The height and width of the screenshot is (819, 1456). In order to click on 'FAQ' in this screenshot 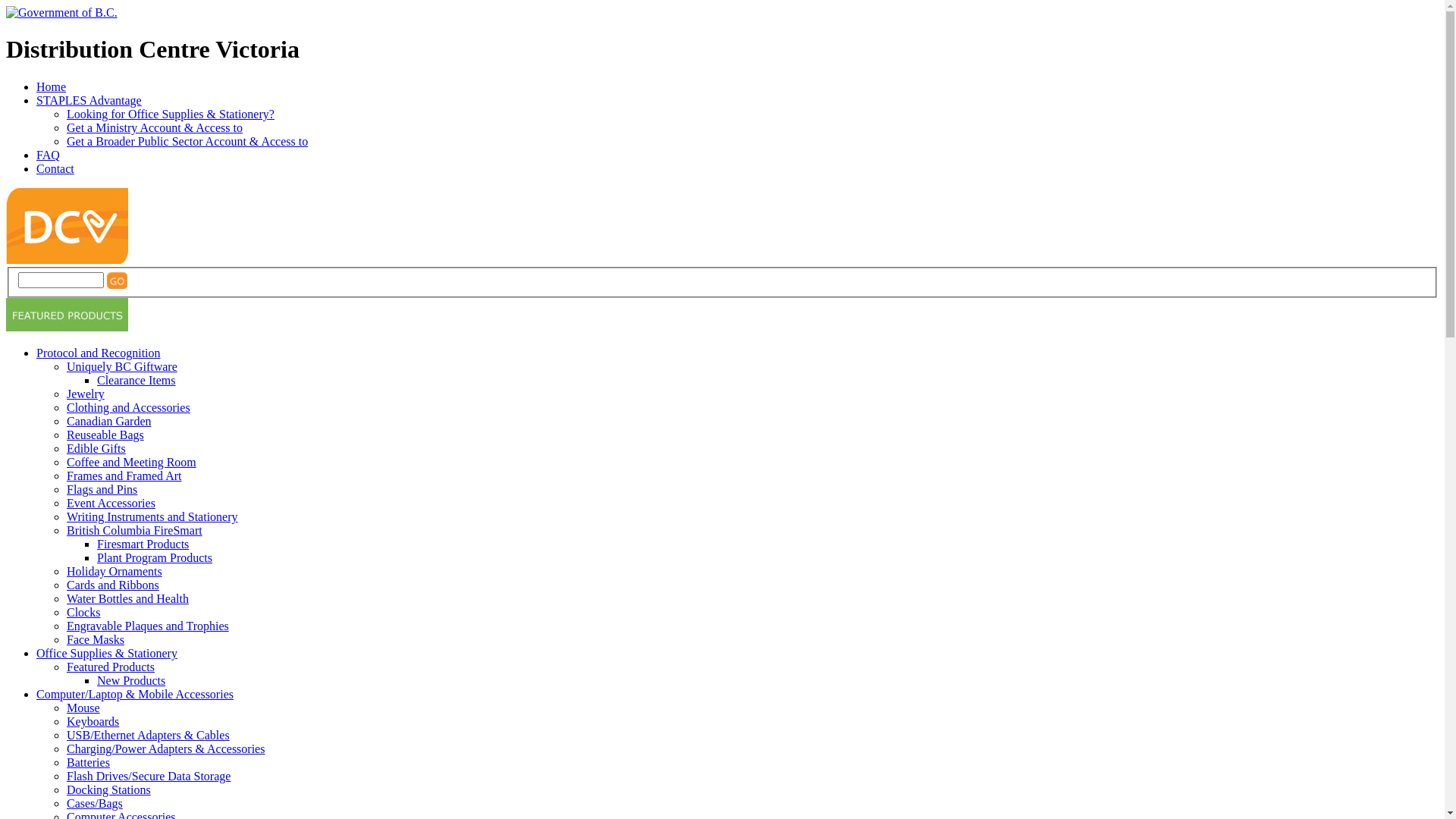, I will do `click(36, 155)`.